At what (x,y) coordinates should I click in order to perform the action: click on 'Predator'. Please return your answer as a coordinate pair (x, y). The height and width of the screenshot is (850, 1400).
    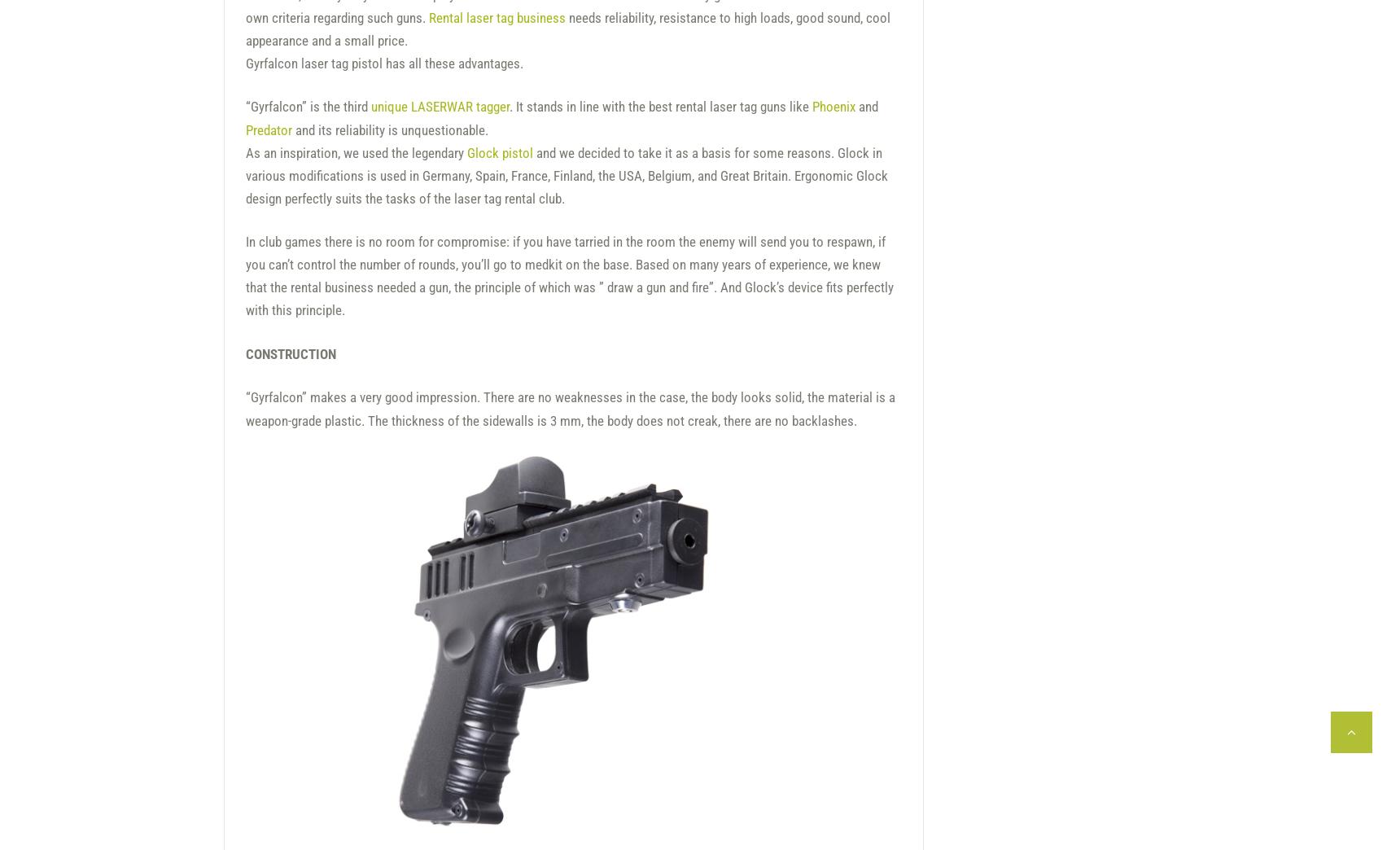
    Looking at the image, I should click on (267, 129).